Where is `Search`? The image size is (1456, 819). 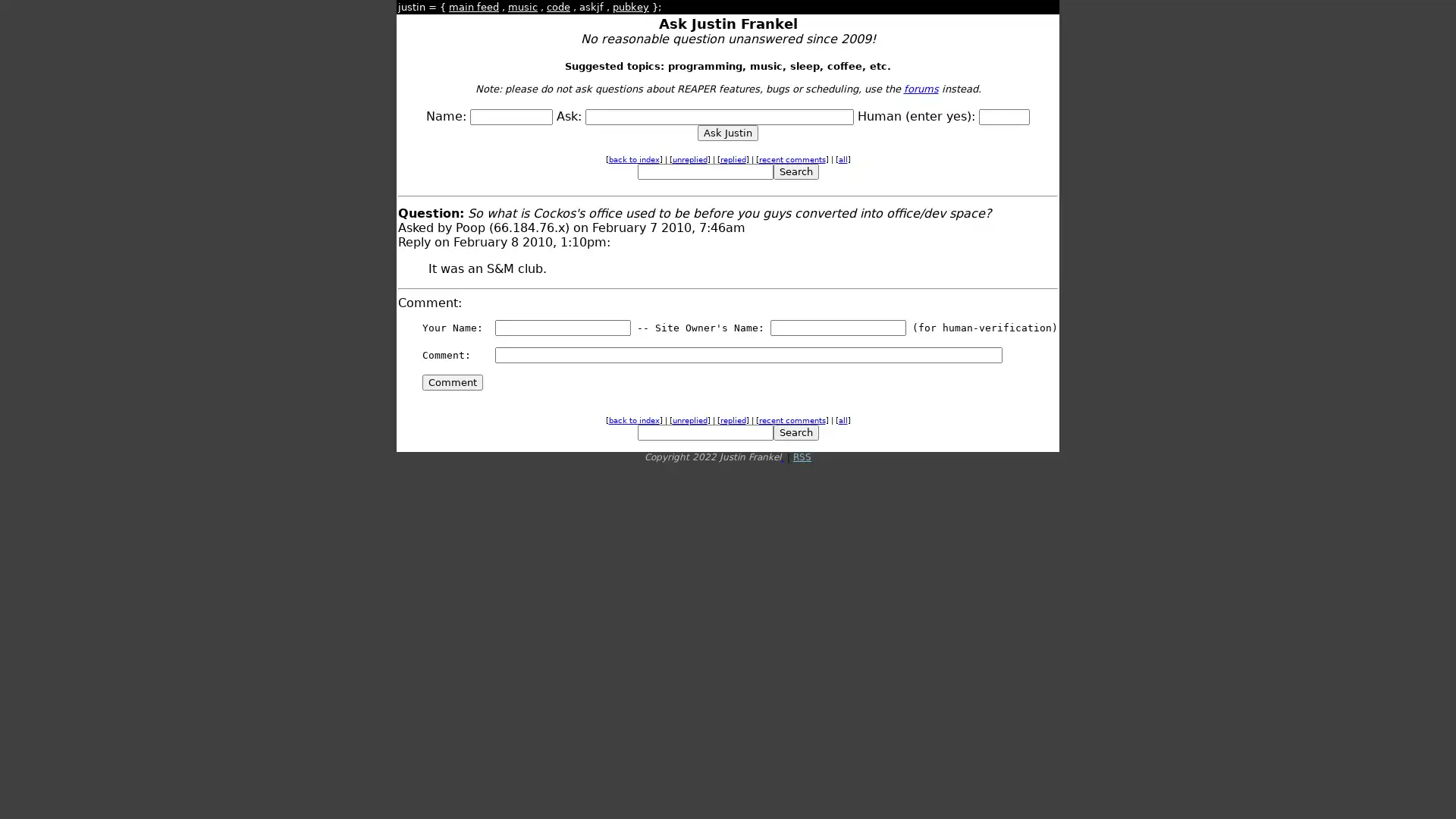 Search is located at coordinates (795, 171).